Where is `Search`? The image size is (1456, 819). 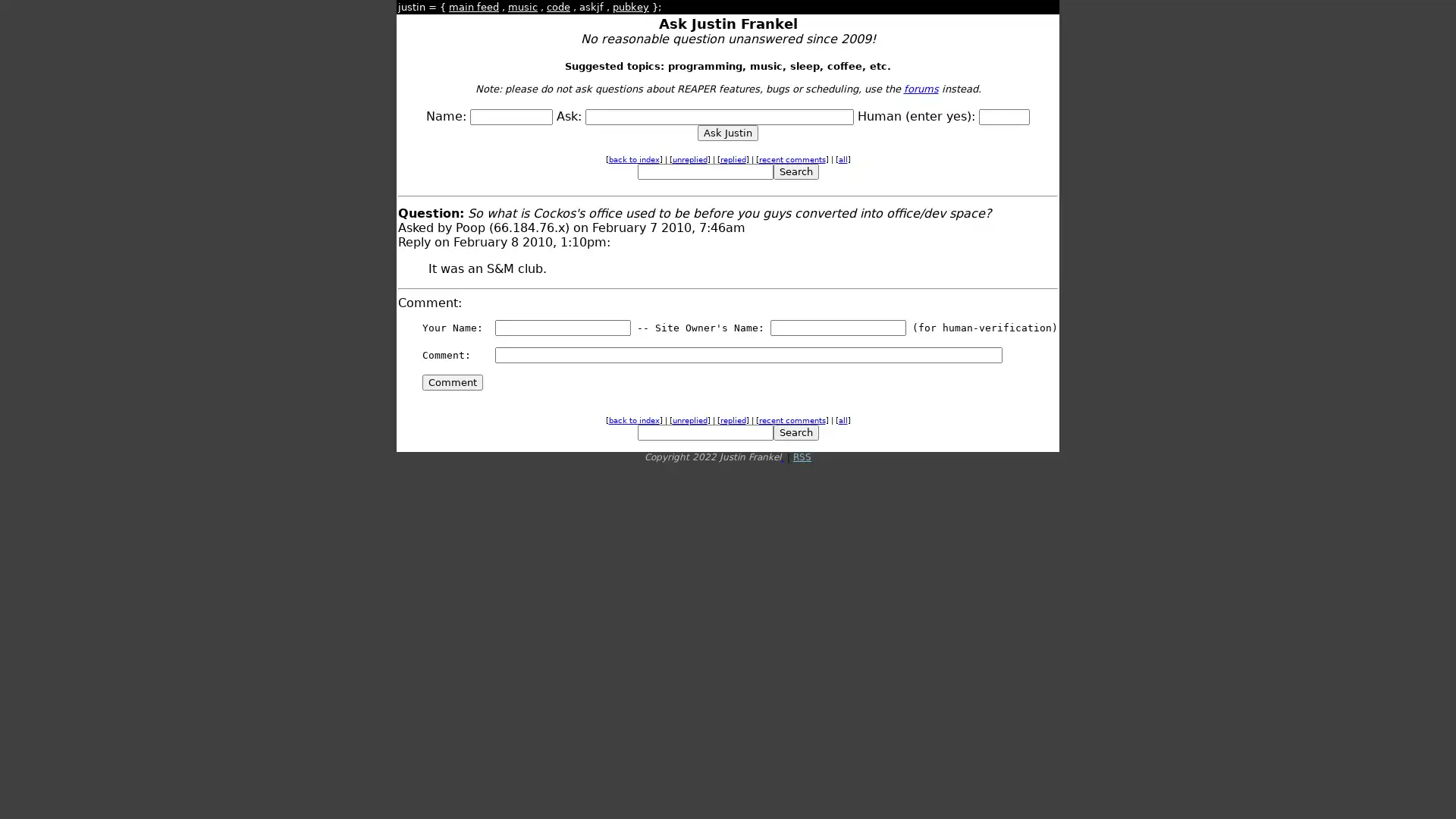 Search is located at coordinates (795, 171).